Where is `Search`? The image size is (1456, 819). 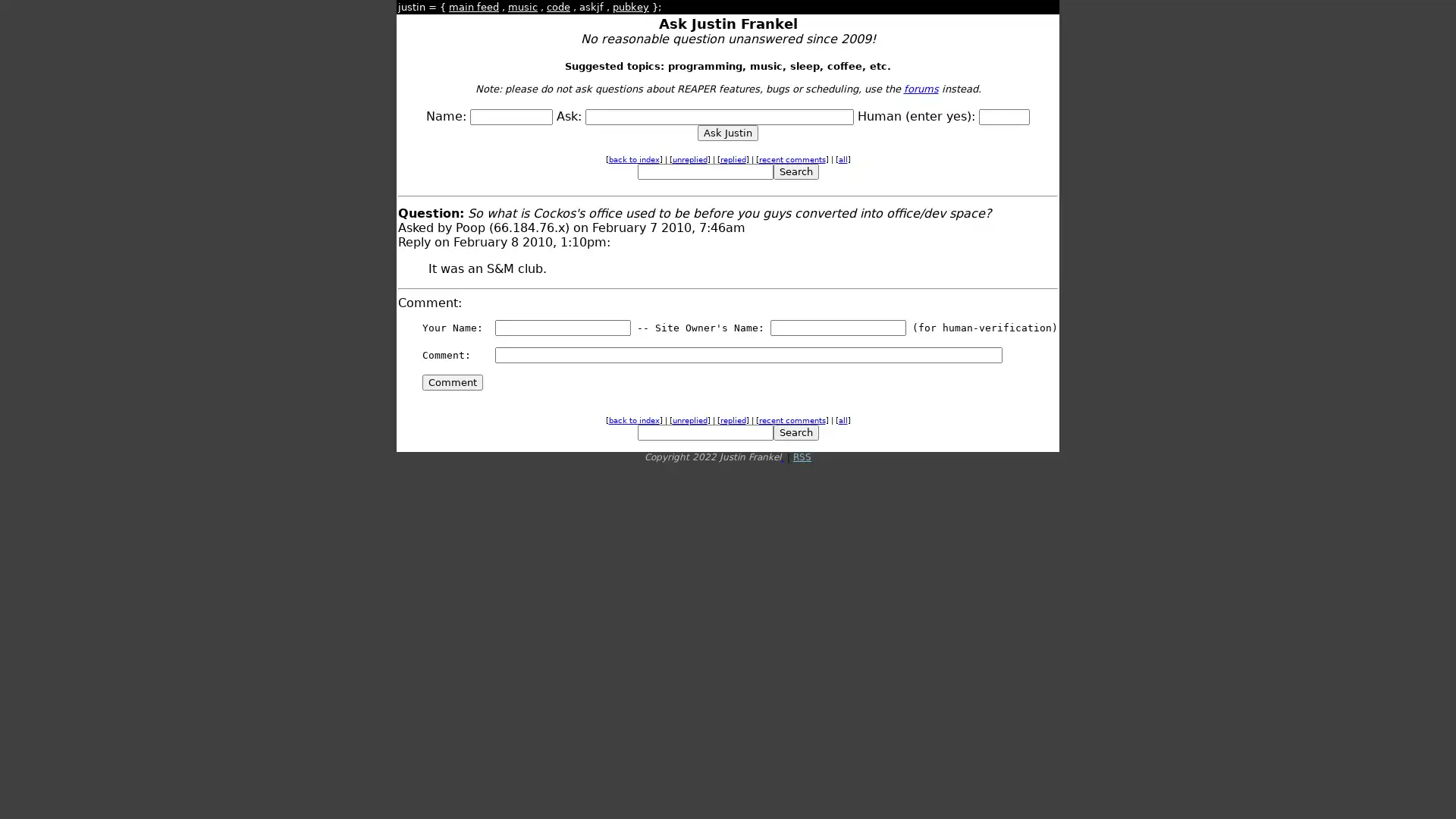 Search is located at coordinates (795, 171).